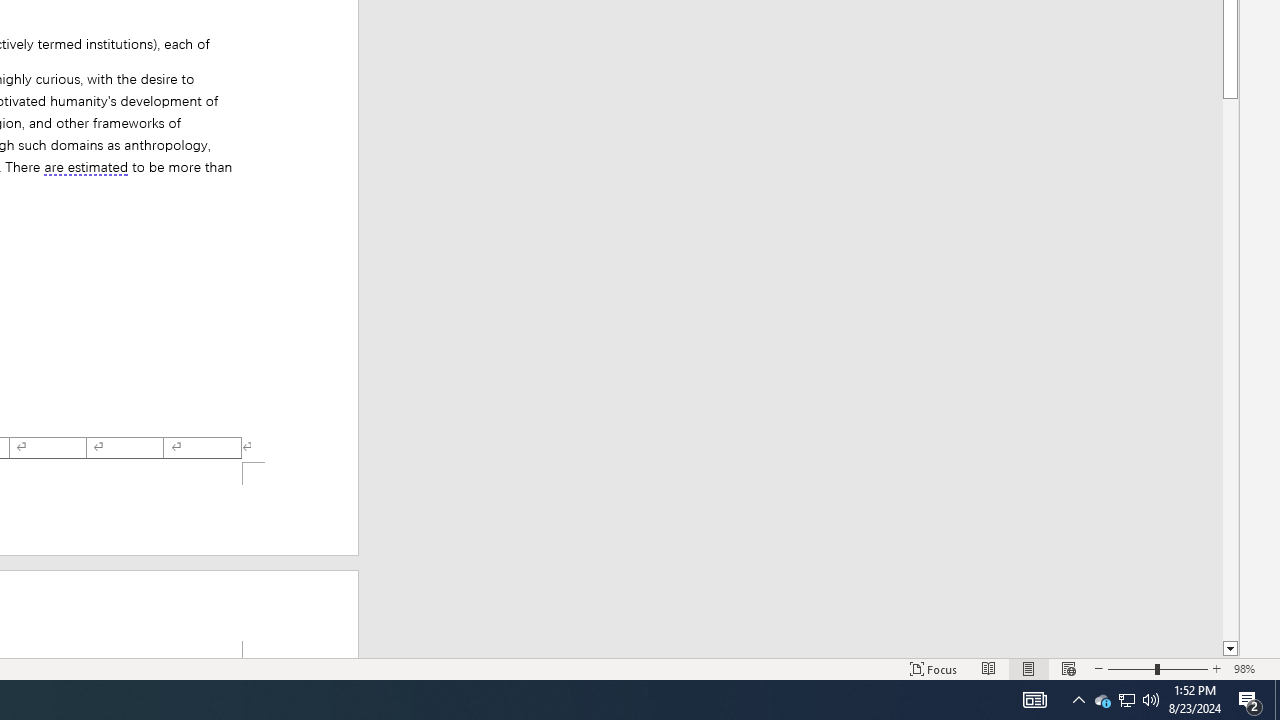 Image resolution: width=1280 pixels, height=720 pixels. Describe the element at coordinates (1158, 669) in the screenshot. I see `'Zoom'` at that location.